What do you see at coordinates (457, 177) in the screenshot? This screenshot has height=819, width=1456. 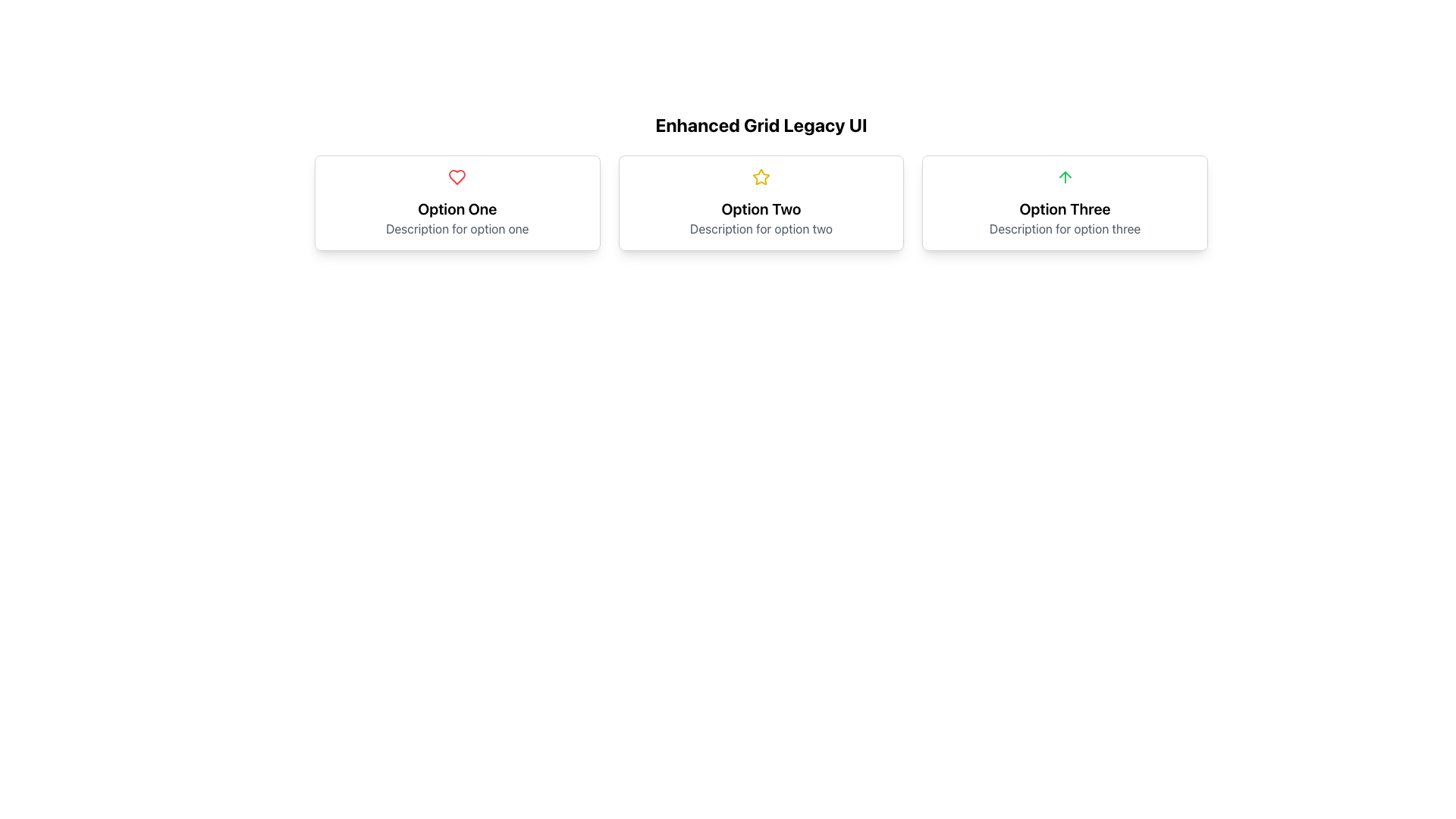 I see `the decorative icon located above the text 'Option One' in the first option card` at bounding box center [457, 177].